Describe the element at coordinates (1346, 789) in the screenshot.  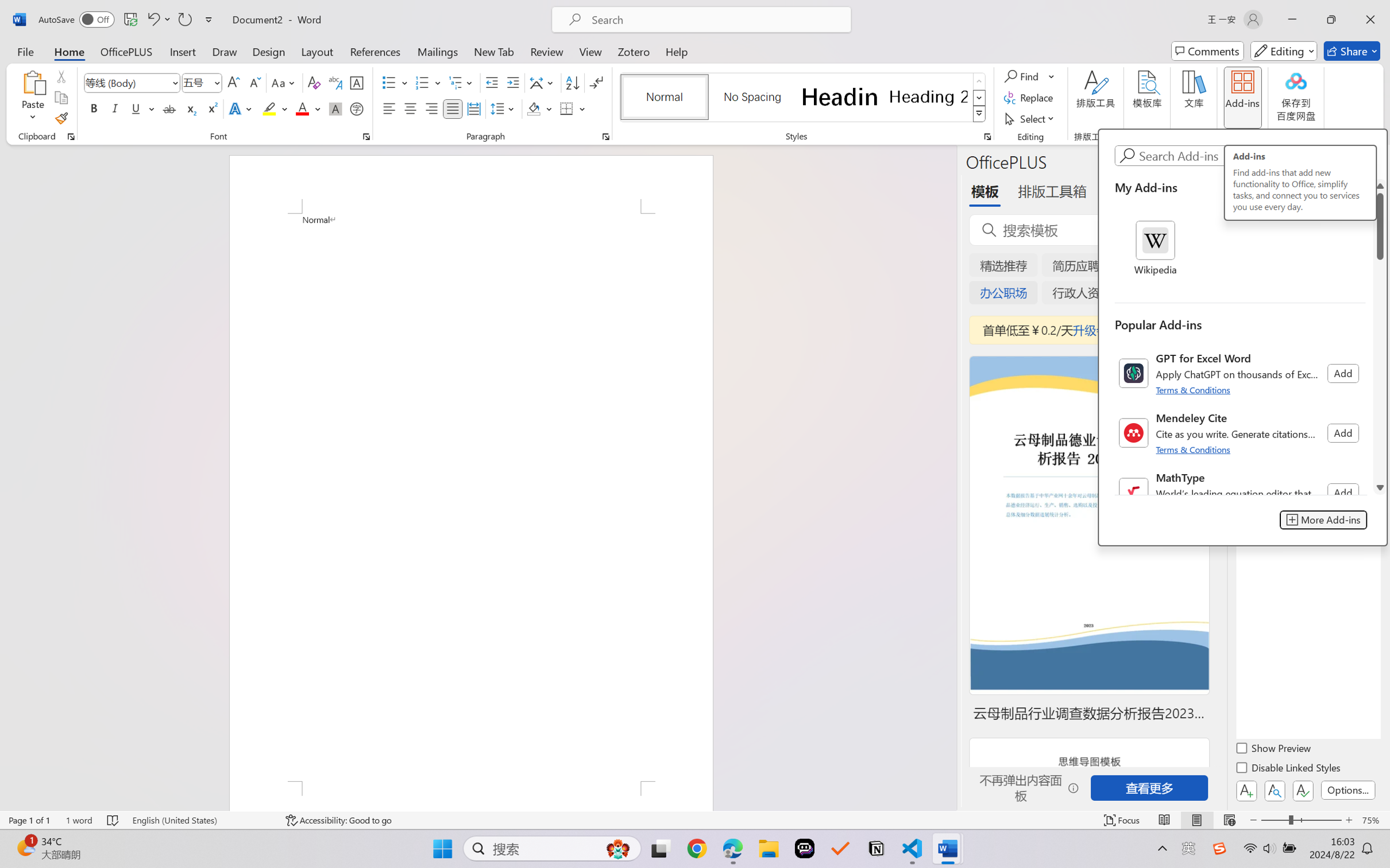
I see `'Options...'` at that location.